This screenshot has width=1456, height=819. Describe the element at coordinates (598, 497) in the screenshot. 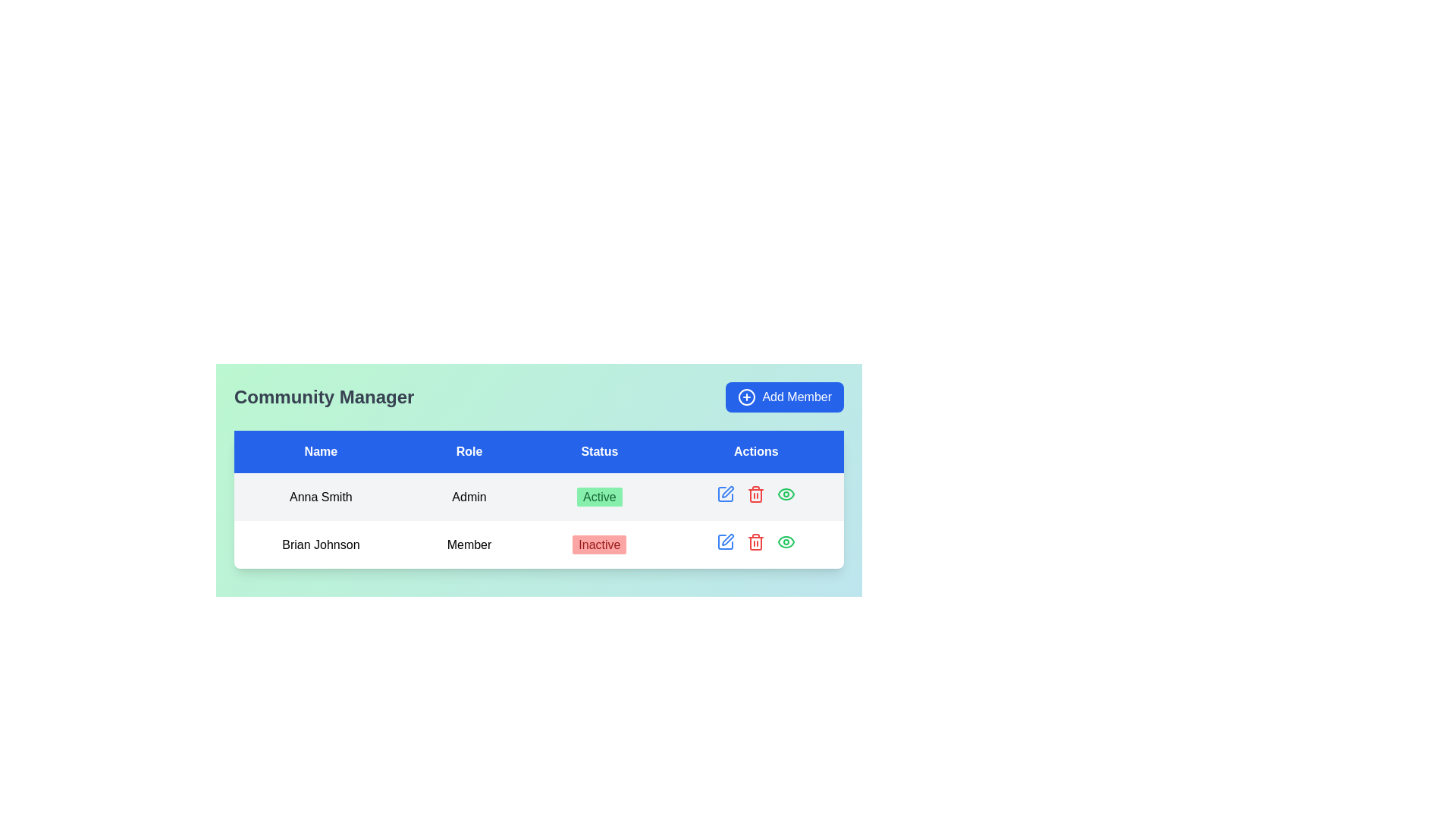

I see `status text from the Status Indicator Badge located in the 'Status' column for the user 'Anna Smith'` at that location.